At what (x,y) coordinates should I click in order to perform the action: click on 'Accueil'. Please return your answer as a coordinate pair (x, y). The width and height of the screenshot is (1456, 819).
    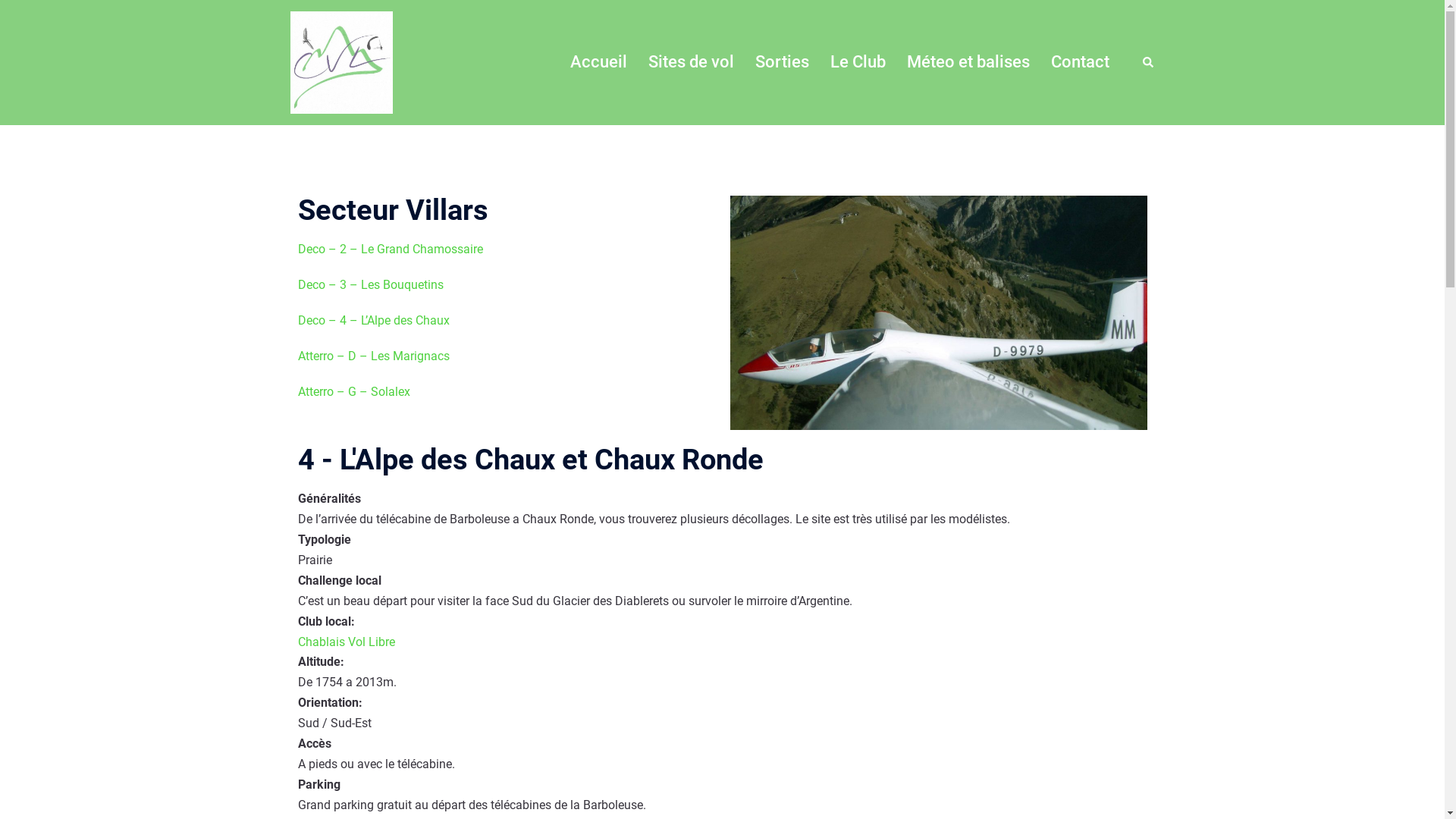
    Looking at the image, I should click on (598, 61).